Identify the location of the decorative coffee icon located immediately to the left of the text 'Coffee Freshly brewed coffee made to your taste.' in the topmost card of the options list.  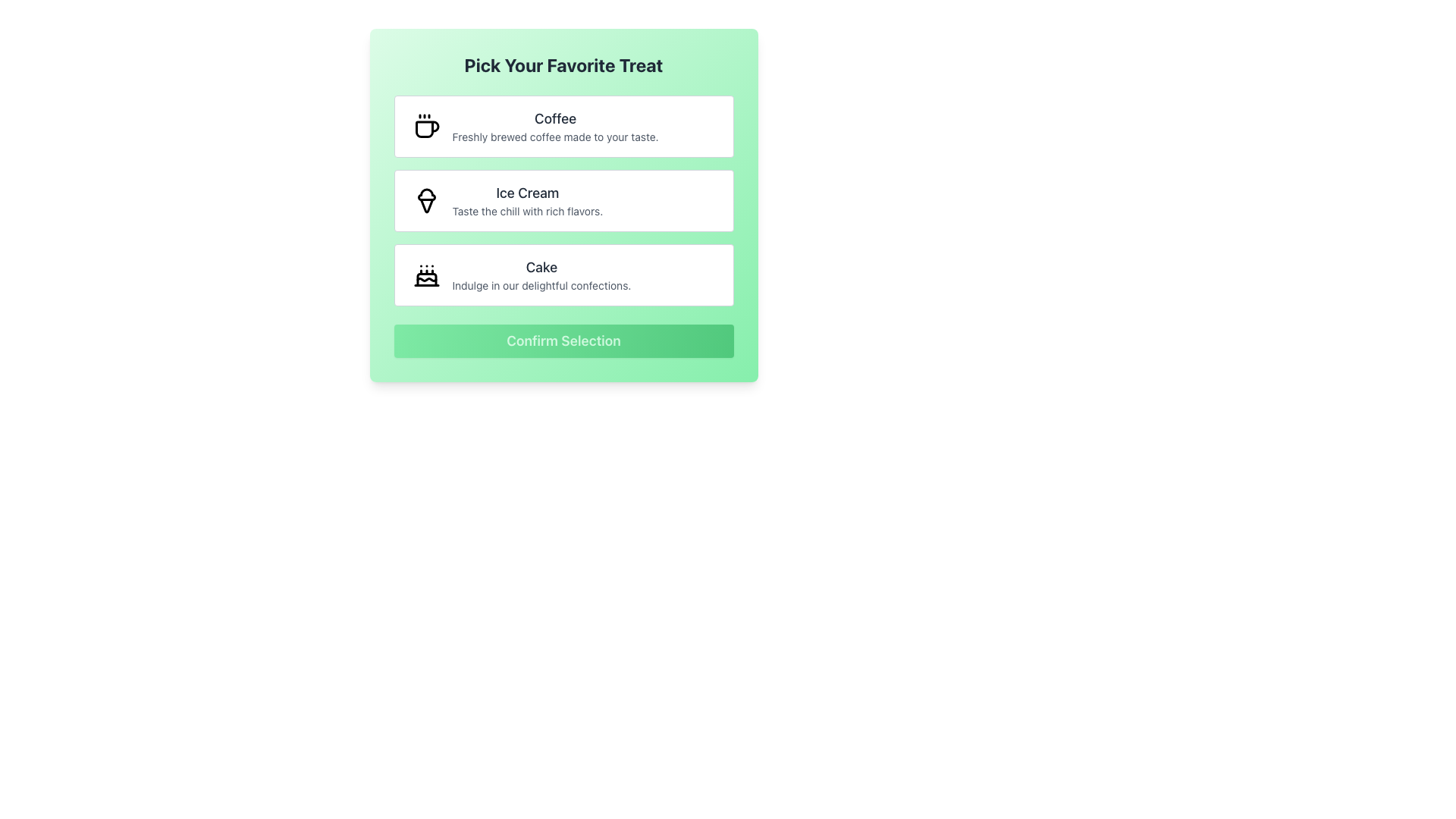
(425, 125).